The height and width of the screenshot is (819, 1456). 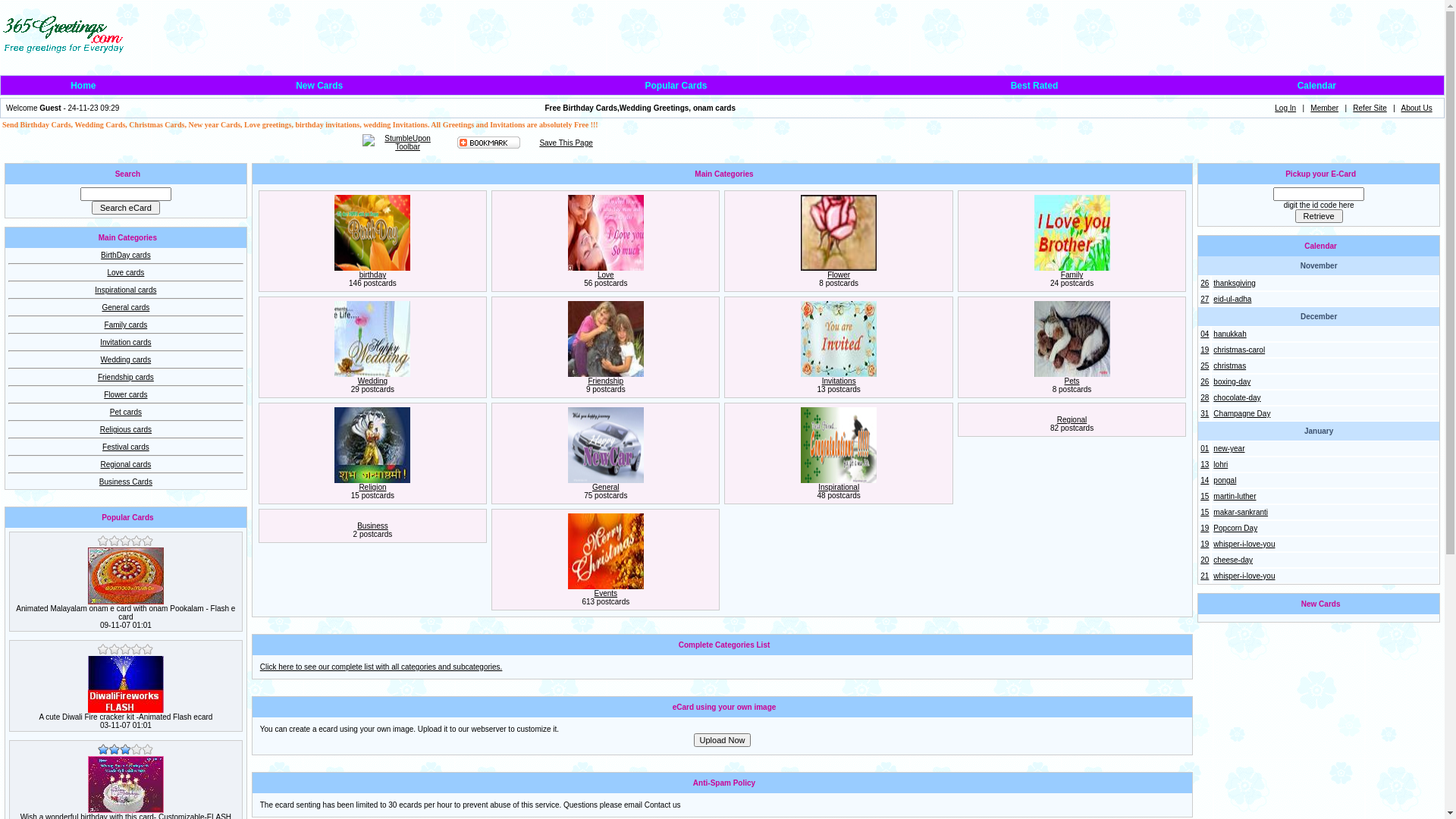 I want to click on 'General cards', so click(x=125, y=307).